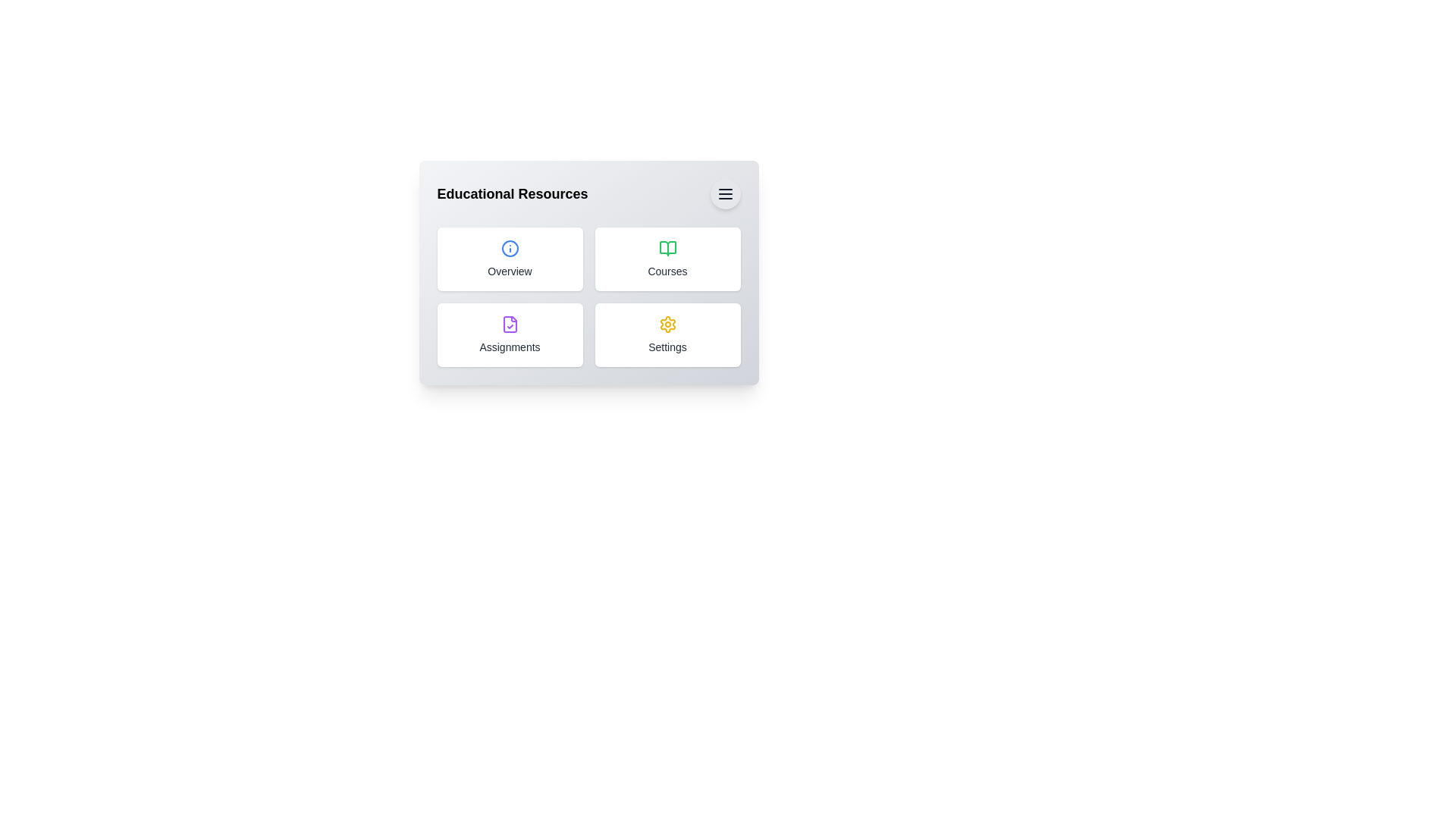 This screenshot has width=1456, height=819. Describe the element at coordinates (510, 334) in the screenshot. I see `the 'Assignments' button in the menu` at that location.